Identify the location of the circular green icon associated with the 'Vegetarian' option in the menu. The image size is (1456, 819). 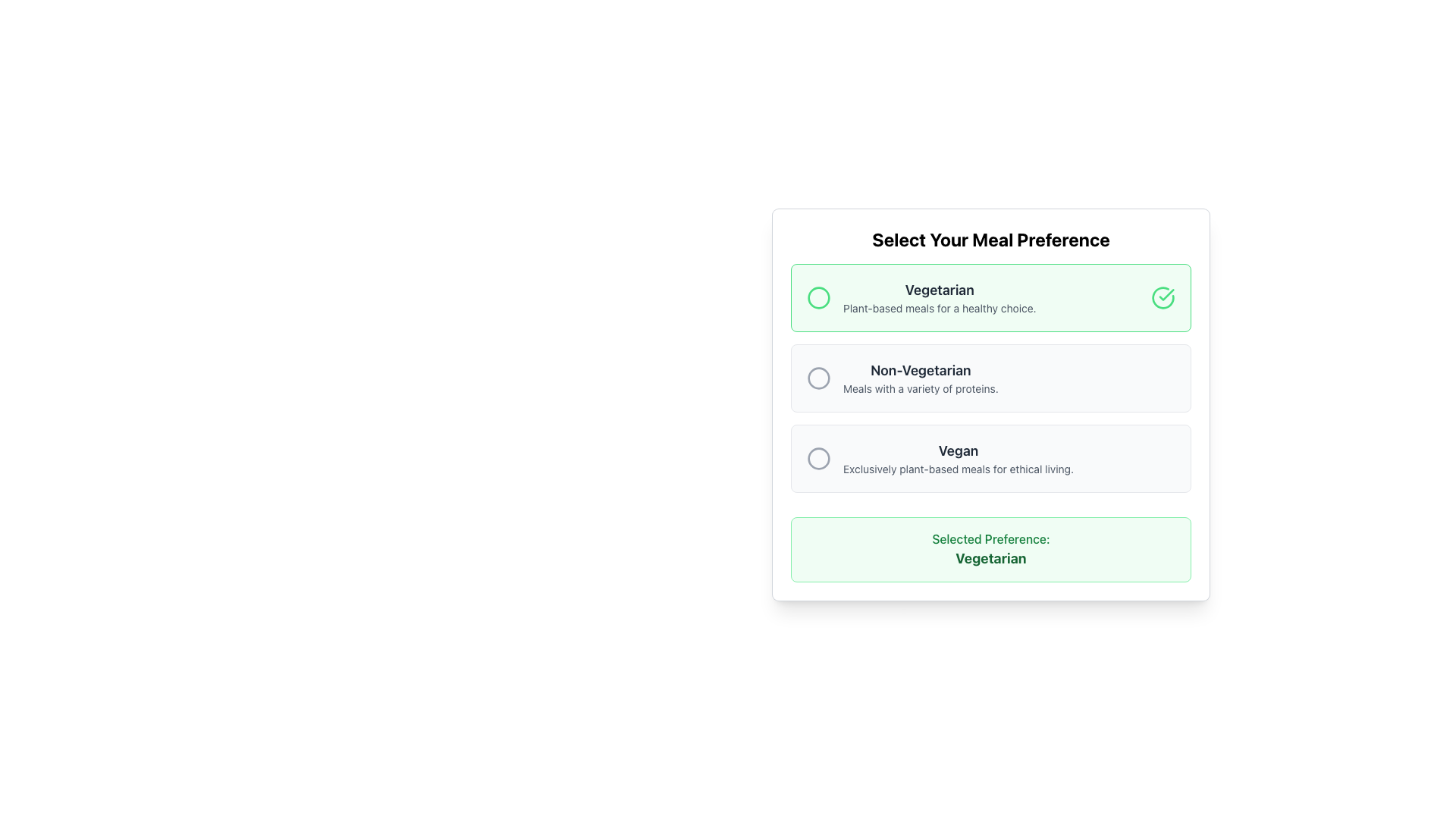
(818, 298).